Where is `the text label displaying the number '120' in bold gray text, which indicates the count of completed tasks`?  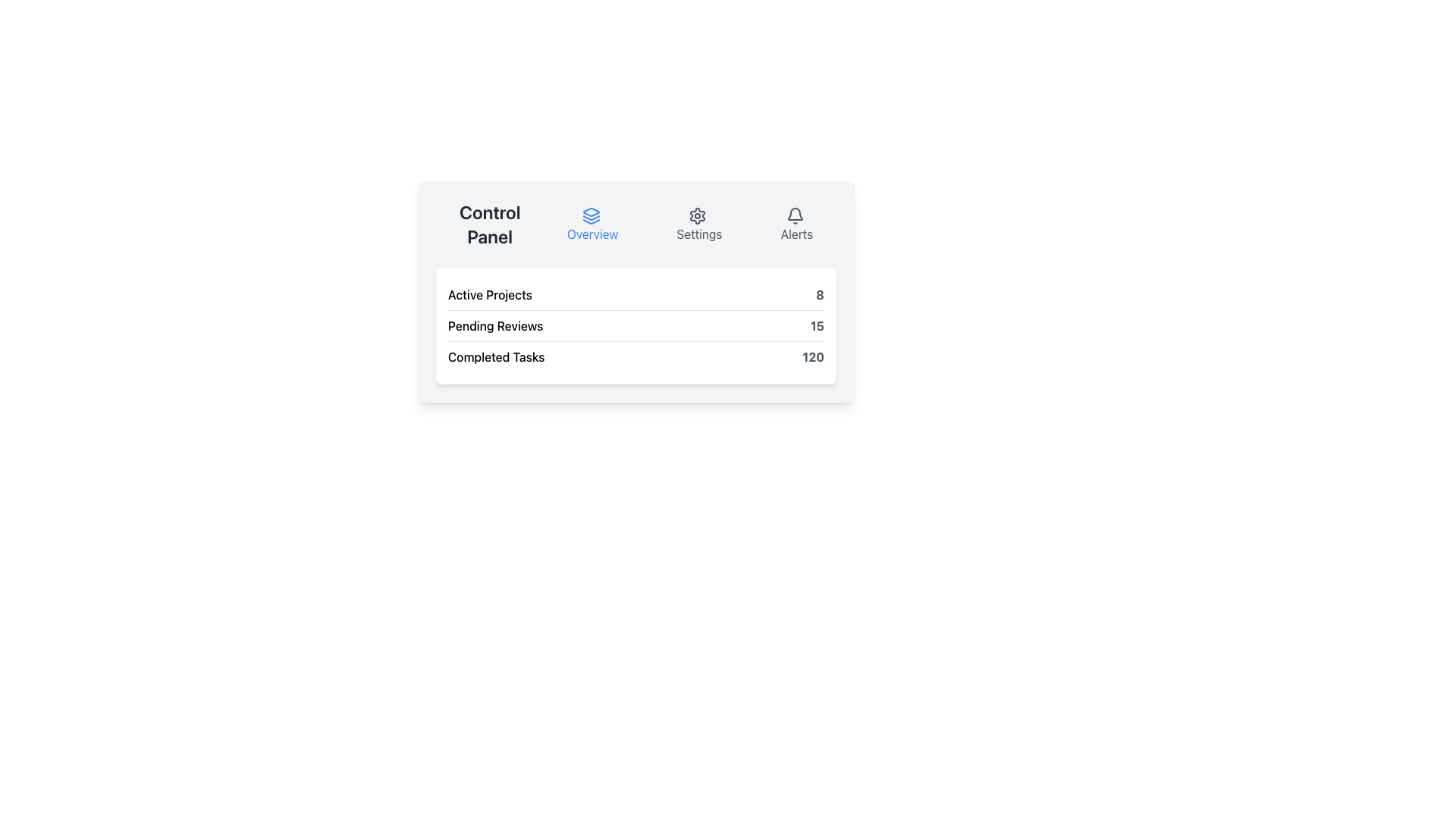
the text label displaying the number '120' in bold gray text, which indicates the count of completed tasks is located at coordinates (812, 356).